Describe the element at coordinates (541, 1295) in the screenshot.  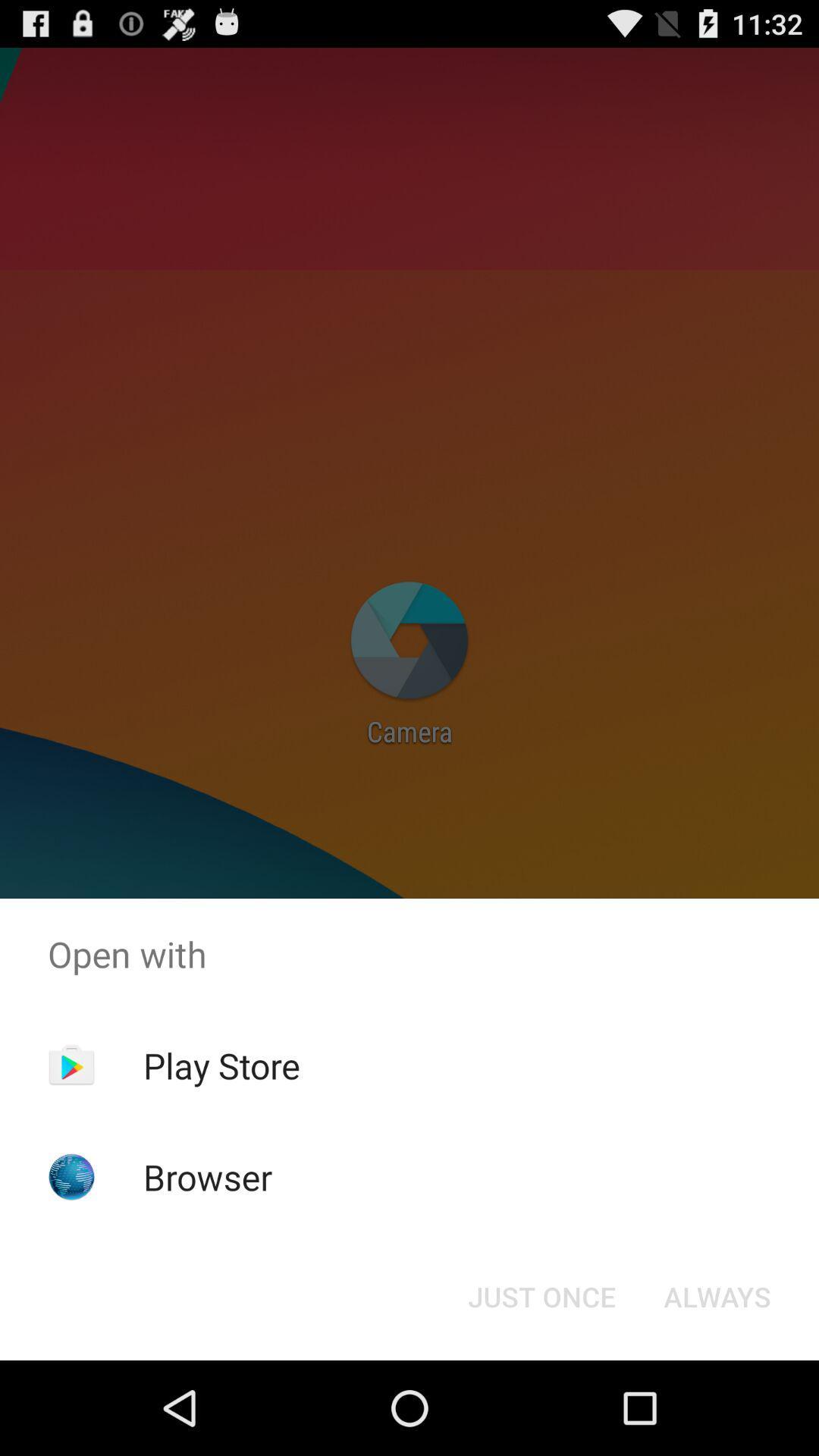
I see `the icon below the open with item` at that location.